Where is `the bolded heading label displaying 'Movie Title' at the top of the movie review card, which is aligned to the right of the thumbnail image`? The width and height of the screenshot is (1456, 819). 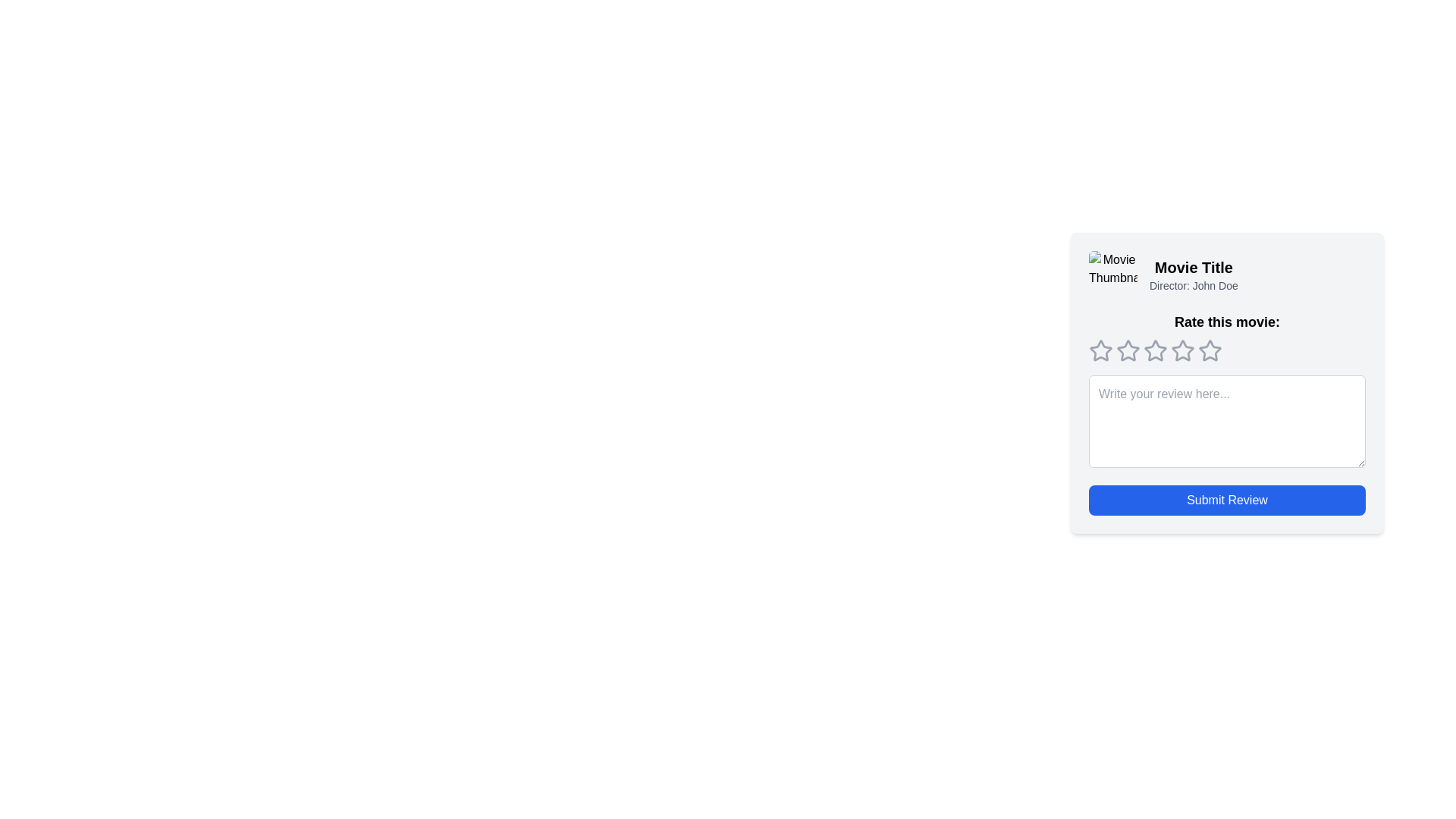 the bolded heading label displaying 'Movie Title' at the top of the movie review card, which is aligned to the right of the thumbnail image is located at coordinates (1193, 267).